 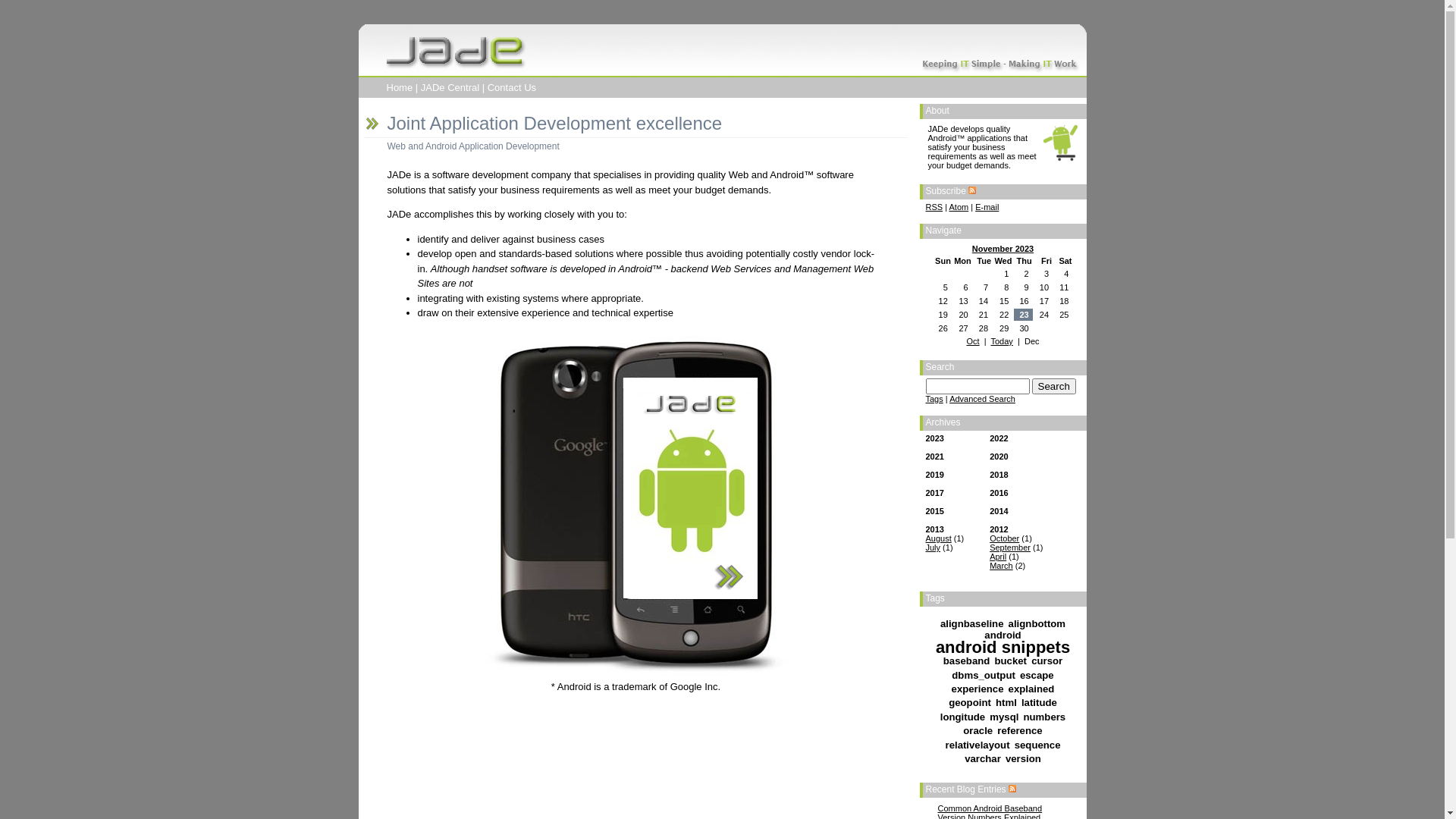 I want to click on 'Joint Application Development excellence', so click(x=553, y=122).